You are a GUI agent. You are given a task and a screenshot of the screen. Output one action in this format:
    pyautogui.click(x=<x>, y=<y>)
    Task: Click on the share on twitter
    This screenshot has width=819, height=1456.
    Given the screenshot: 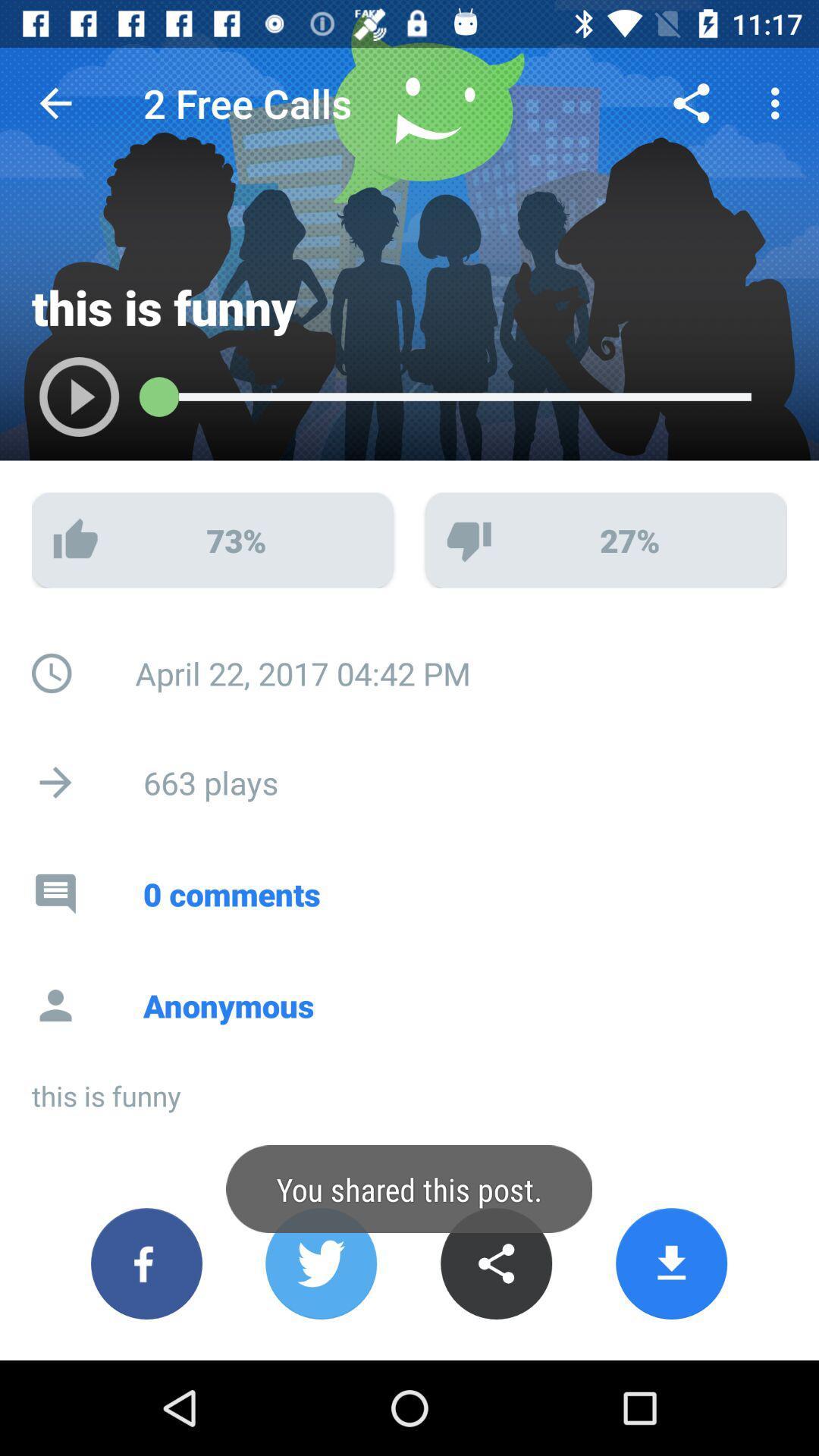 What is the action you would take?
    pyautogui.click(x=320, y=1263)
    